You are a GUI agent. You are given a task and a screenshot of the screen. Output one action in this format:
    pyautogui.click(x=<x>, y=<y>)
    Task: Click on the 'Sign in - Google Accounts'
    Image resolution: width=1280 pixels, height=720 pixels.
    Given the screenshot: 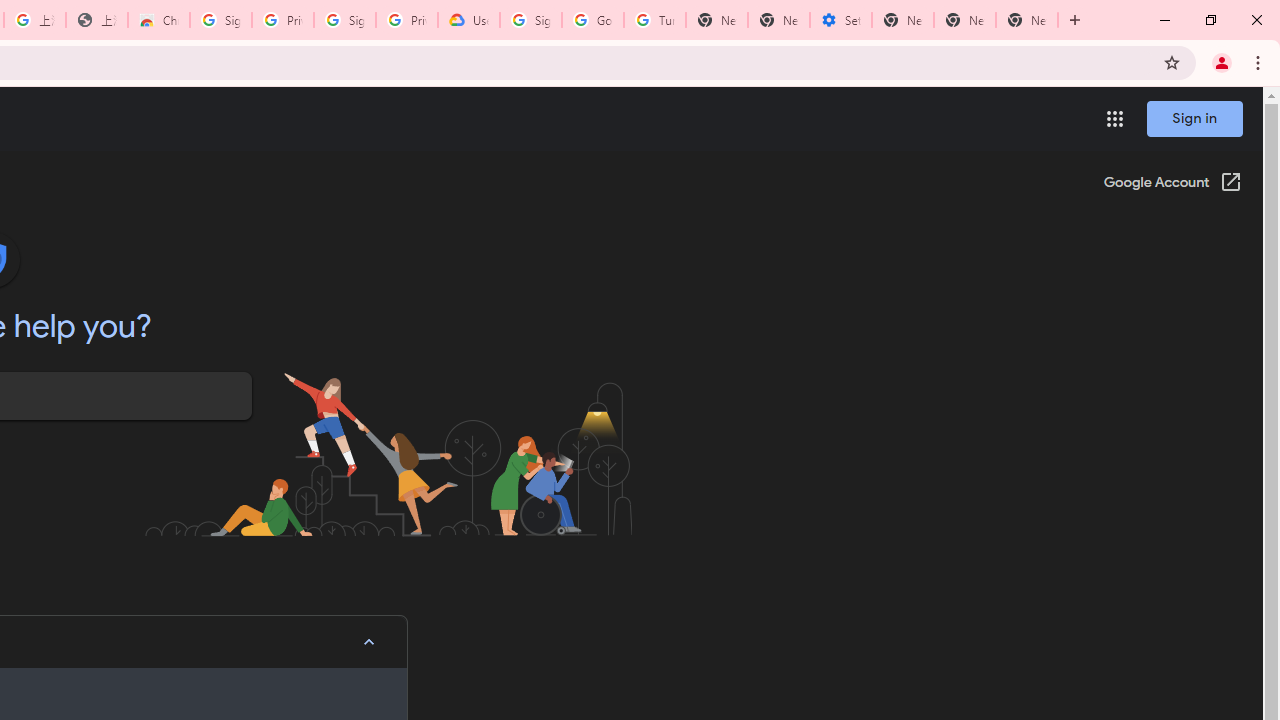 What is the action you would take?
    pyautogui.click(x=220, y=20)
    